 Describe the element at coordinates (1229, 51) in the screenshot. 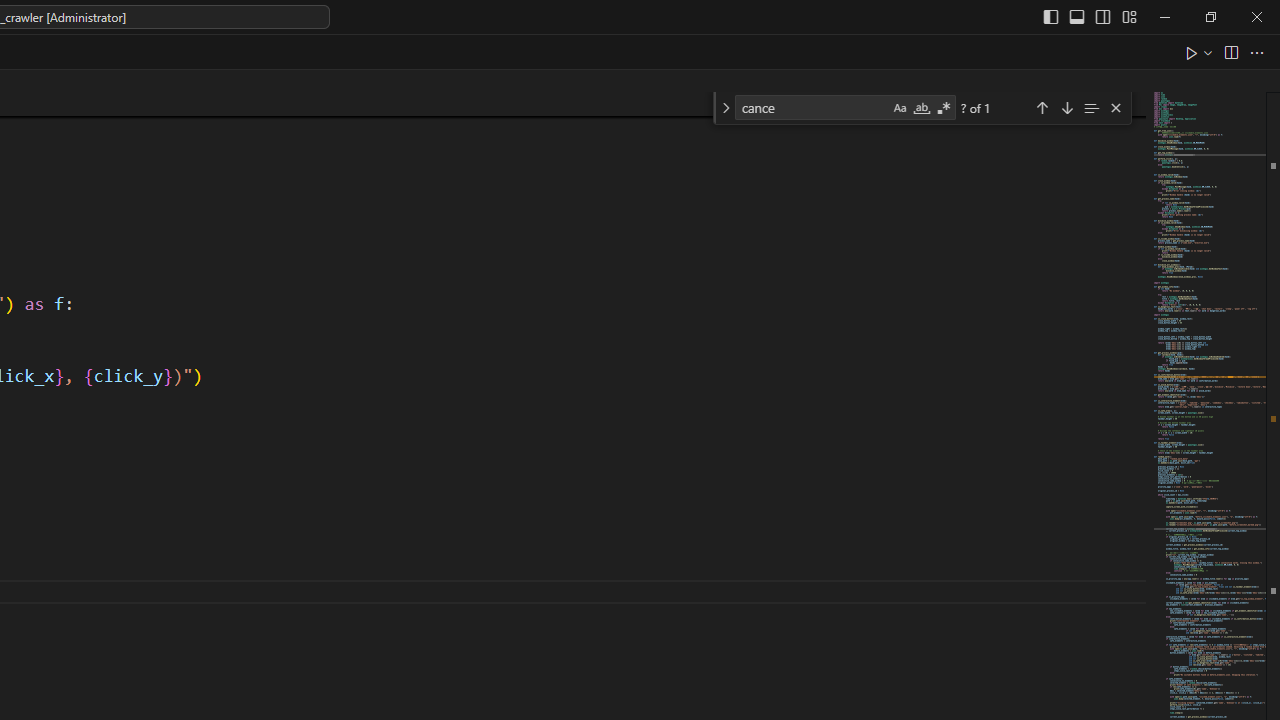

I see `'Split Editor Right (Ctrl+\) [Alt] Split Editor Down'` at that location.